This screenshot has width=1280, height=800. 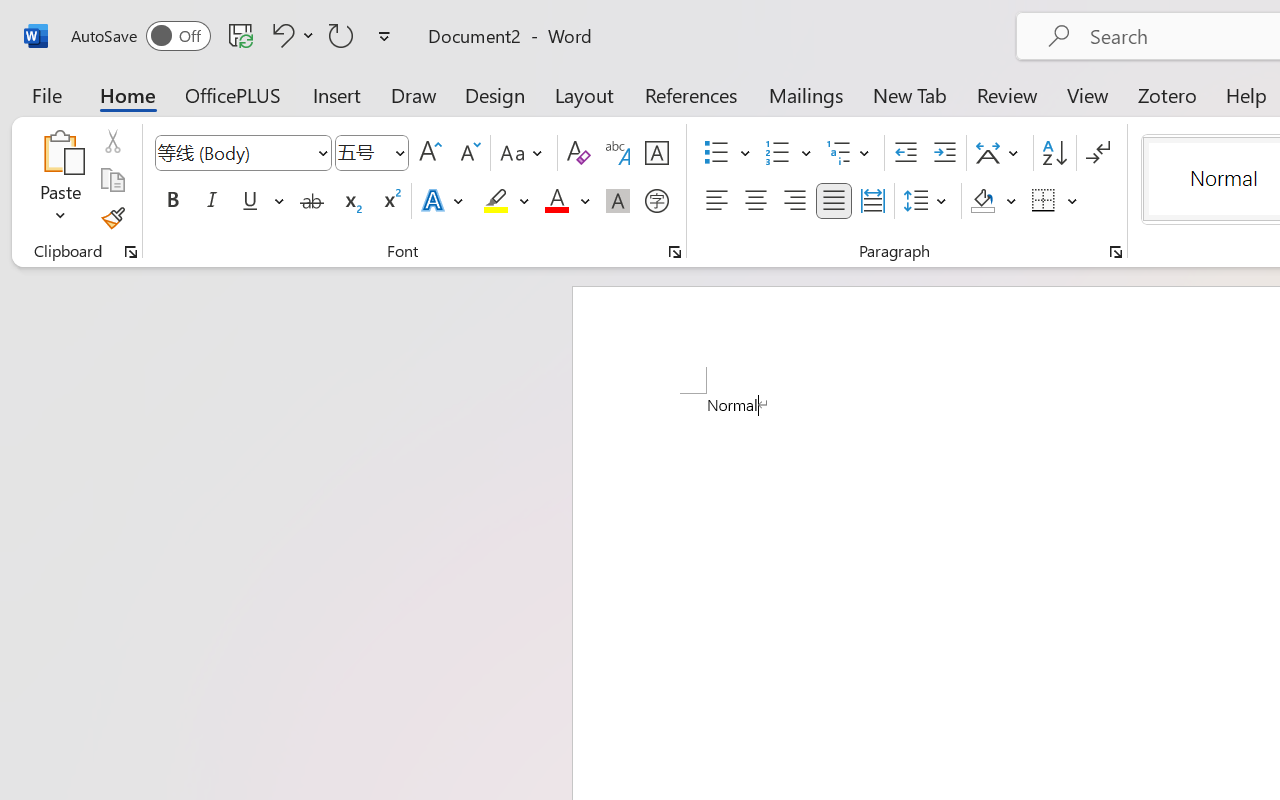 I want to click on 'AutoSave', so click(x=139, y=35).